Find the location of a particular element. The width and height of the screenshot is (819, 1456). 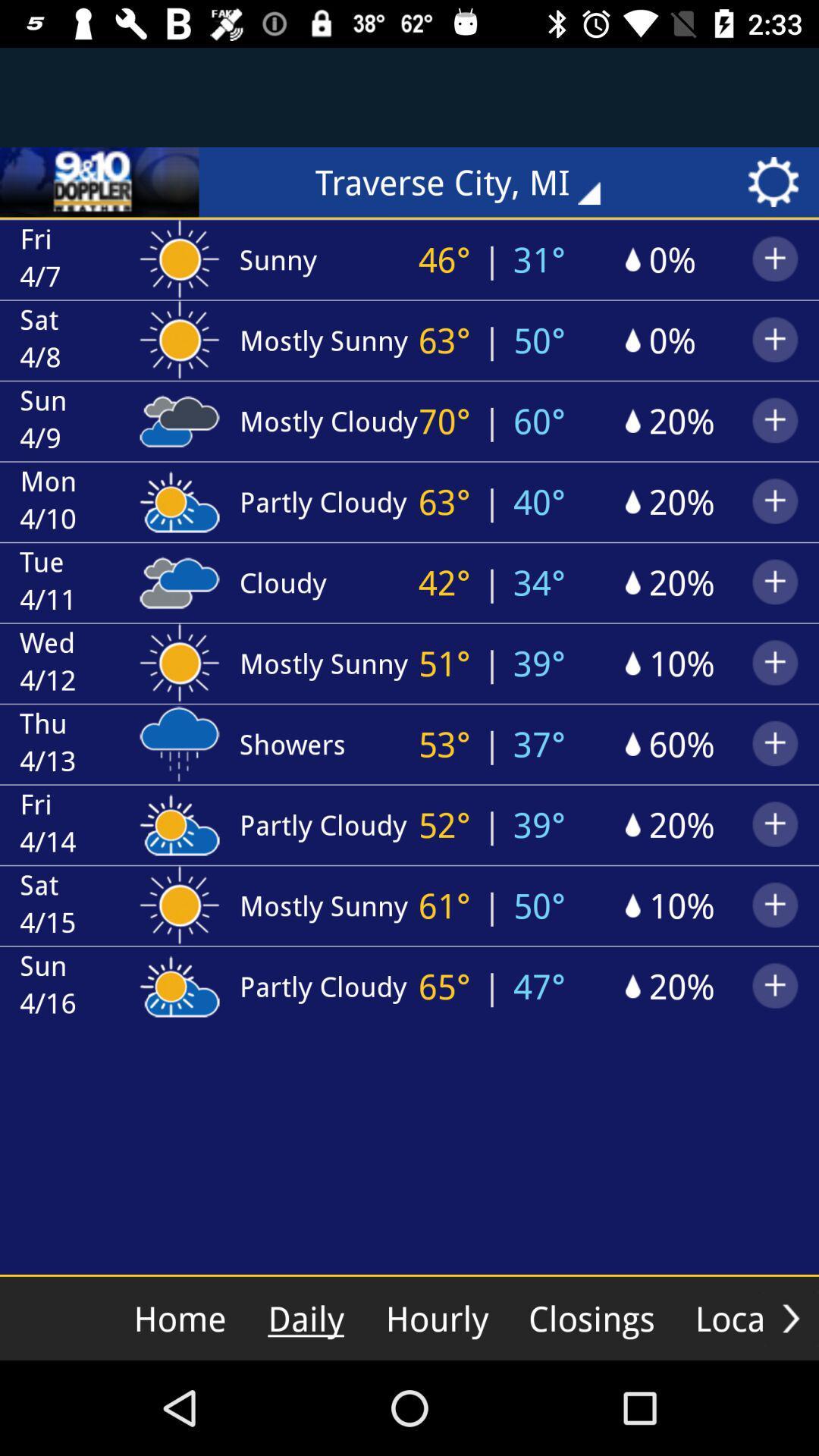

sun icon which is after 48 on the page is located at coordinates (179, 336).